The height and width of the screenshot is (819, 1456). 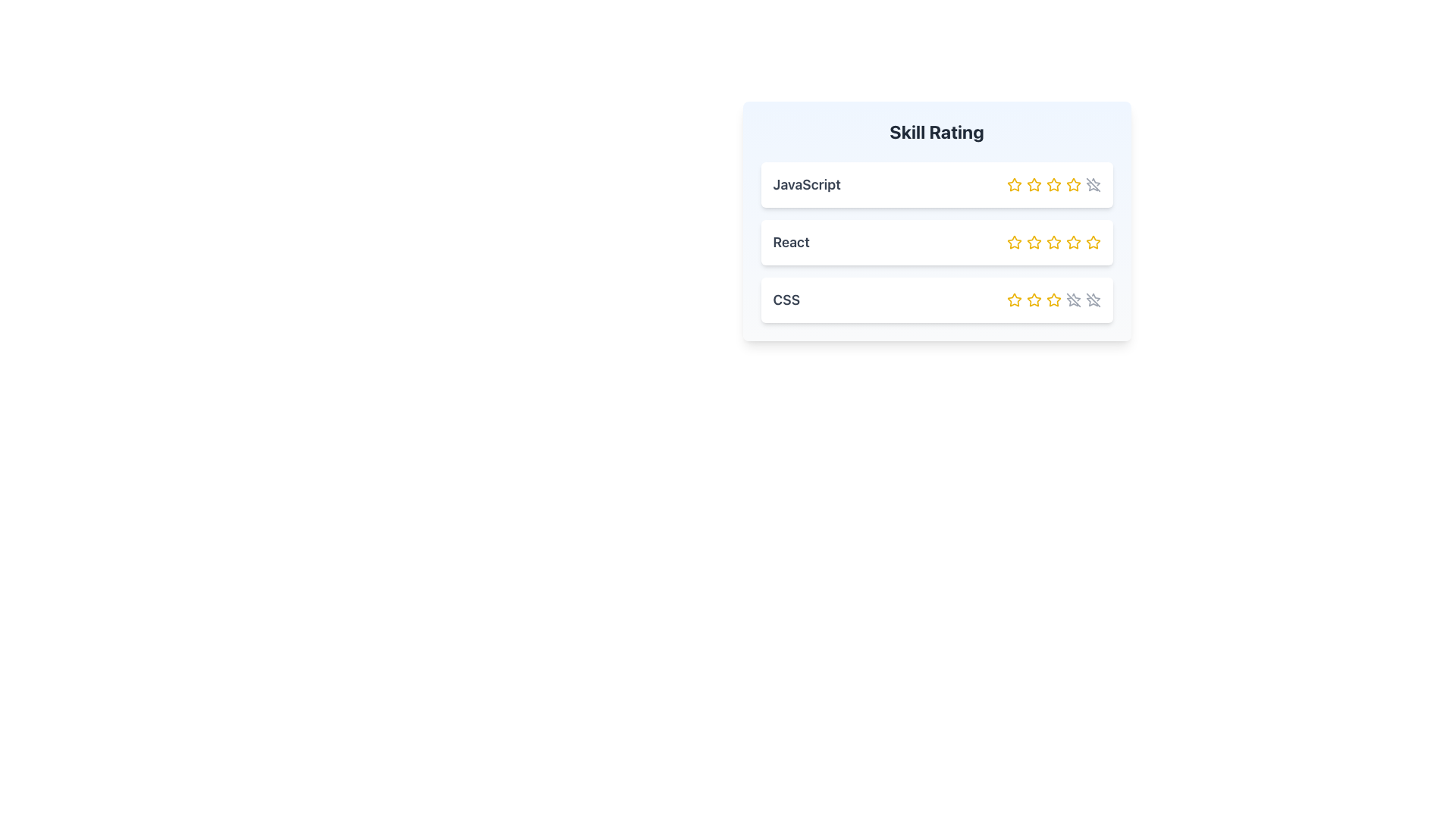 I want to click on the yellow star rating icon located in the first position of the rating section for the 'CSS' skill in the skill rating grid, so click(x=1014, y=300).